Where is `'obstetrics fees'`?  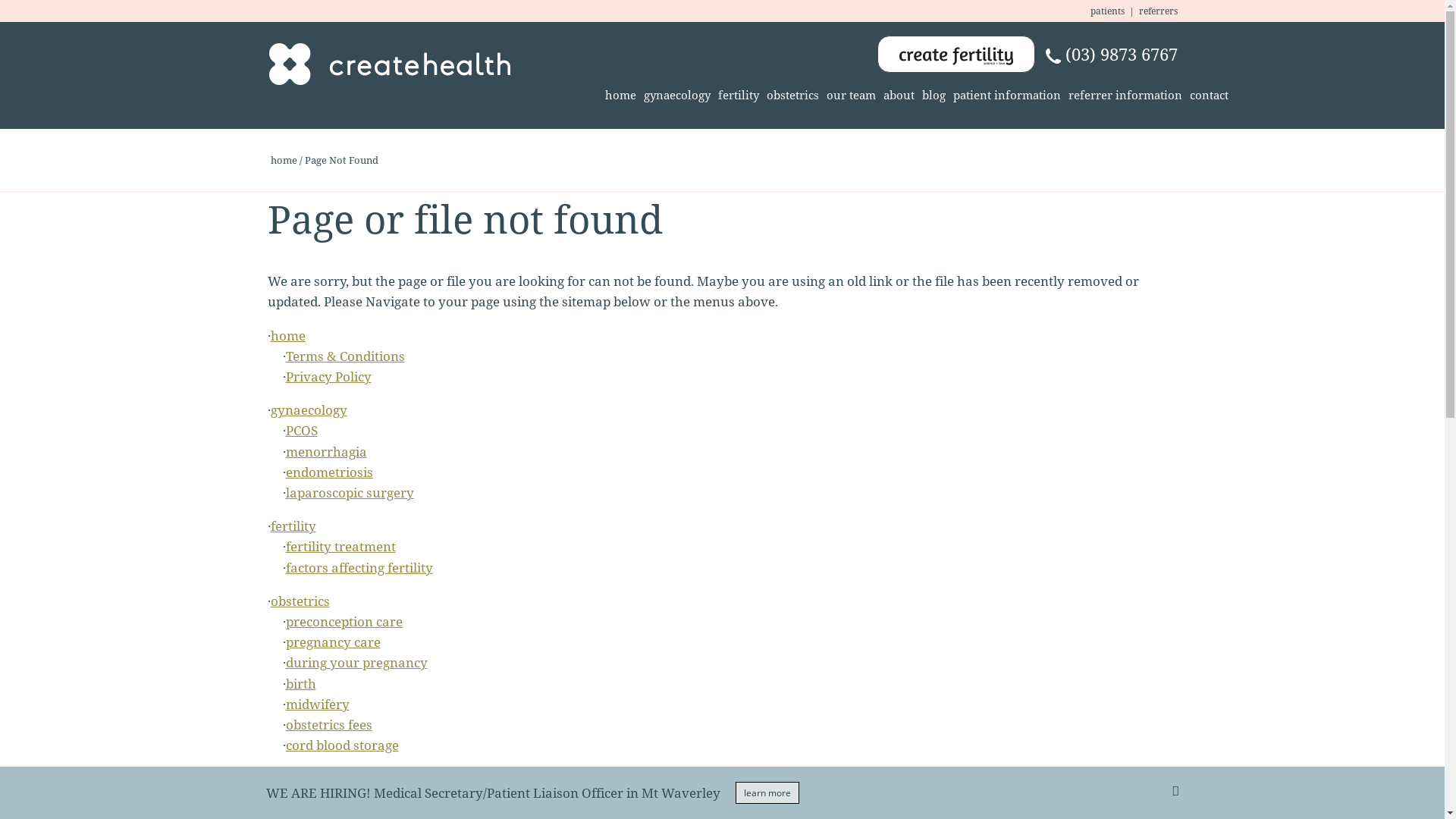 'obstetrics fees' is located at coordinates (327, 723).